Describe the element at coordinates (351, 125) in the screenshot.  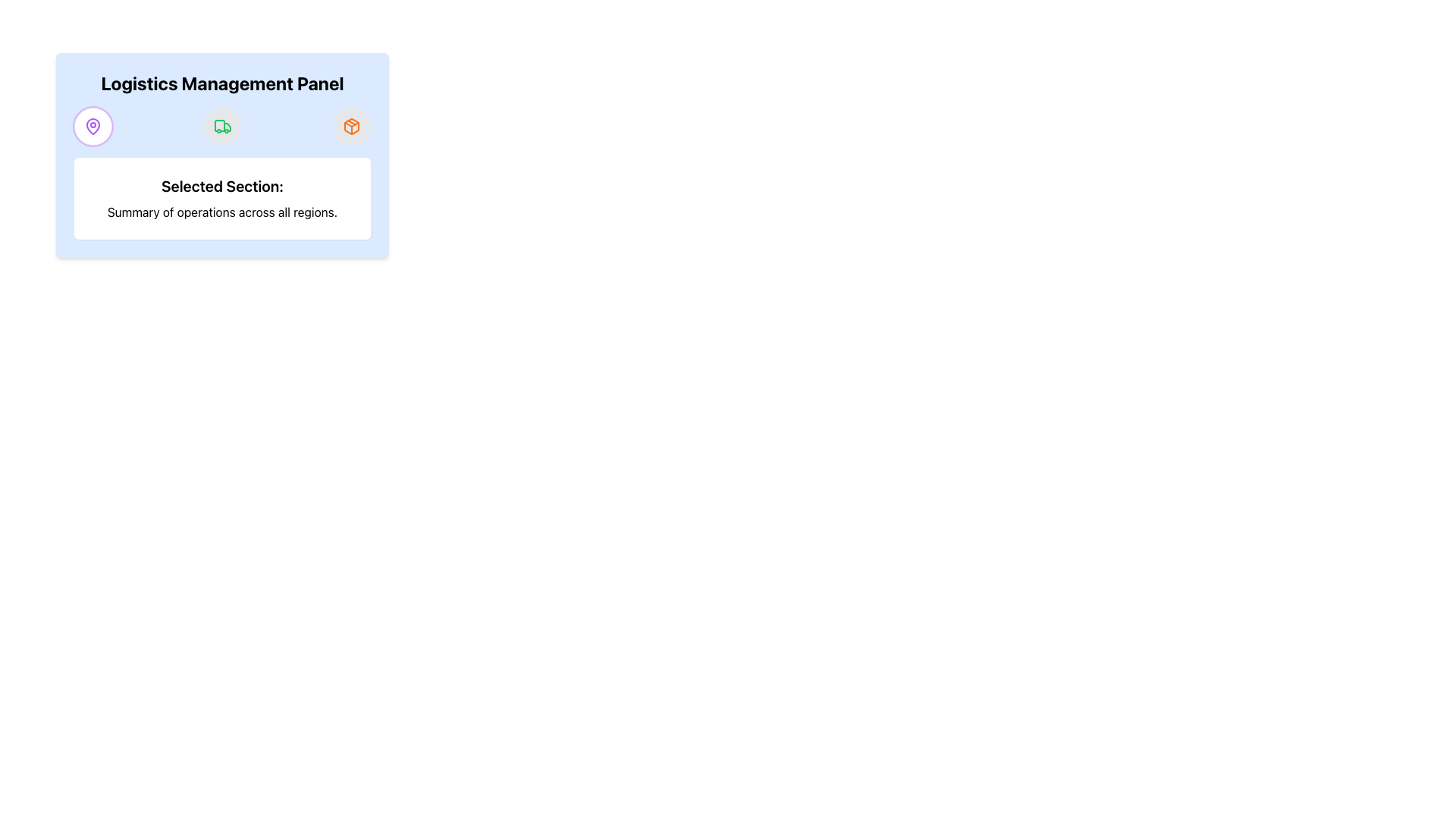
I see `the third button in the horizontal row of the 'Logistics Management Panel'` at that location.